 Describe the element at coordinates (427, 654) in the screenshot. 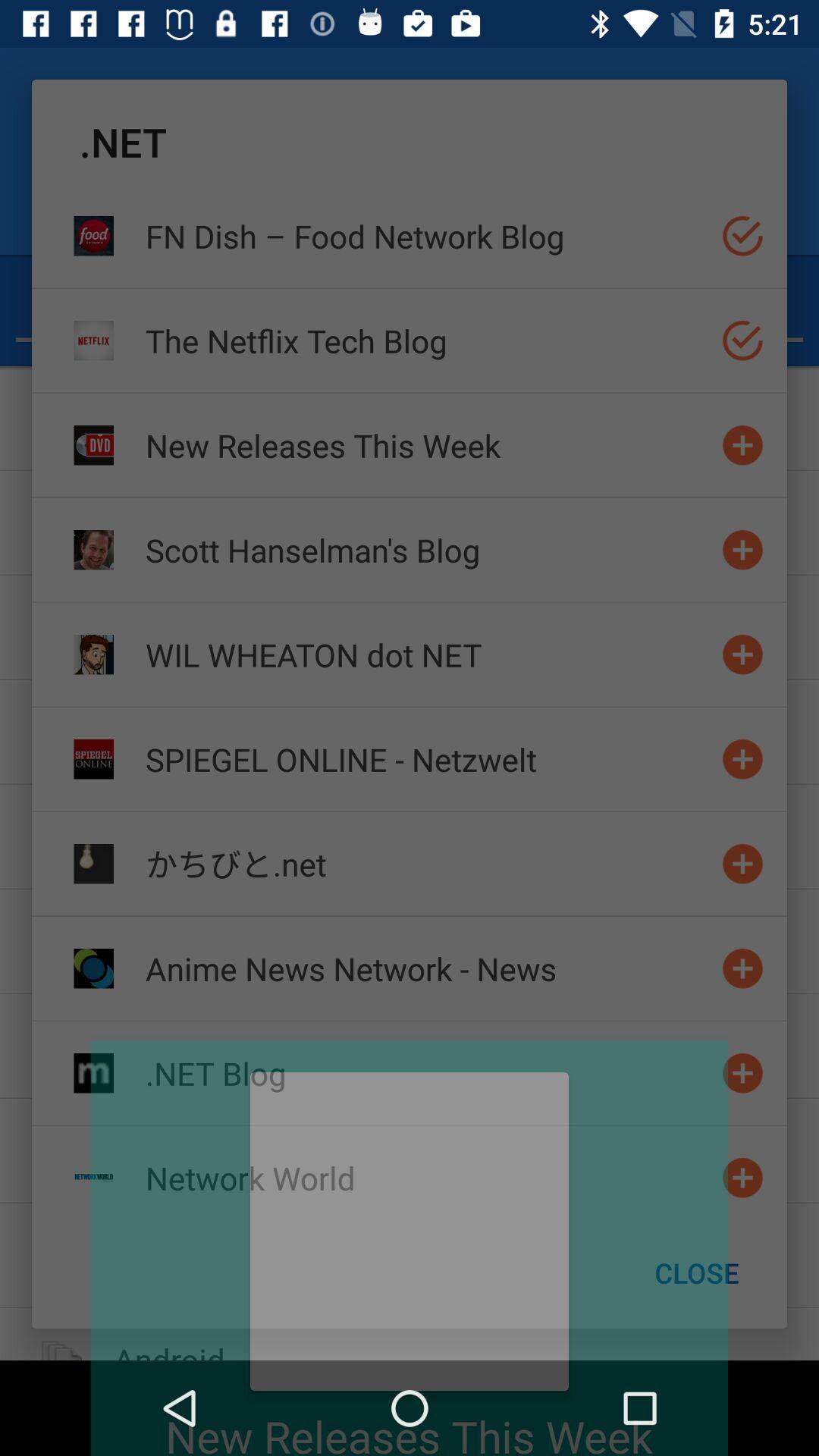

I see `wil wheaton dot icon` at that location.